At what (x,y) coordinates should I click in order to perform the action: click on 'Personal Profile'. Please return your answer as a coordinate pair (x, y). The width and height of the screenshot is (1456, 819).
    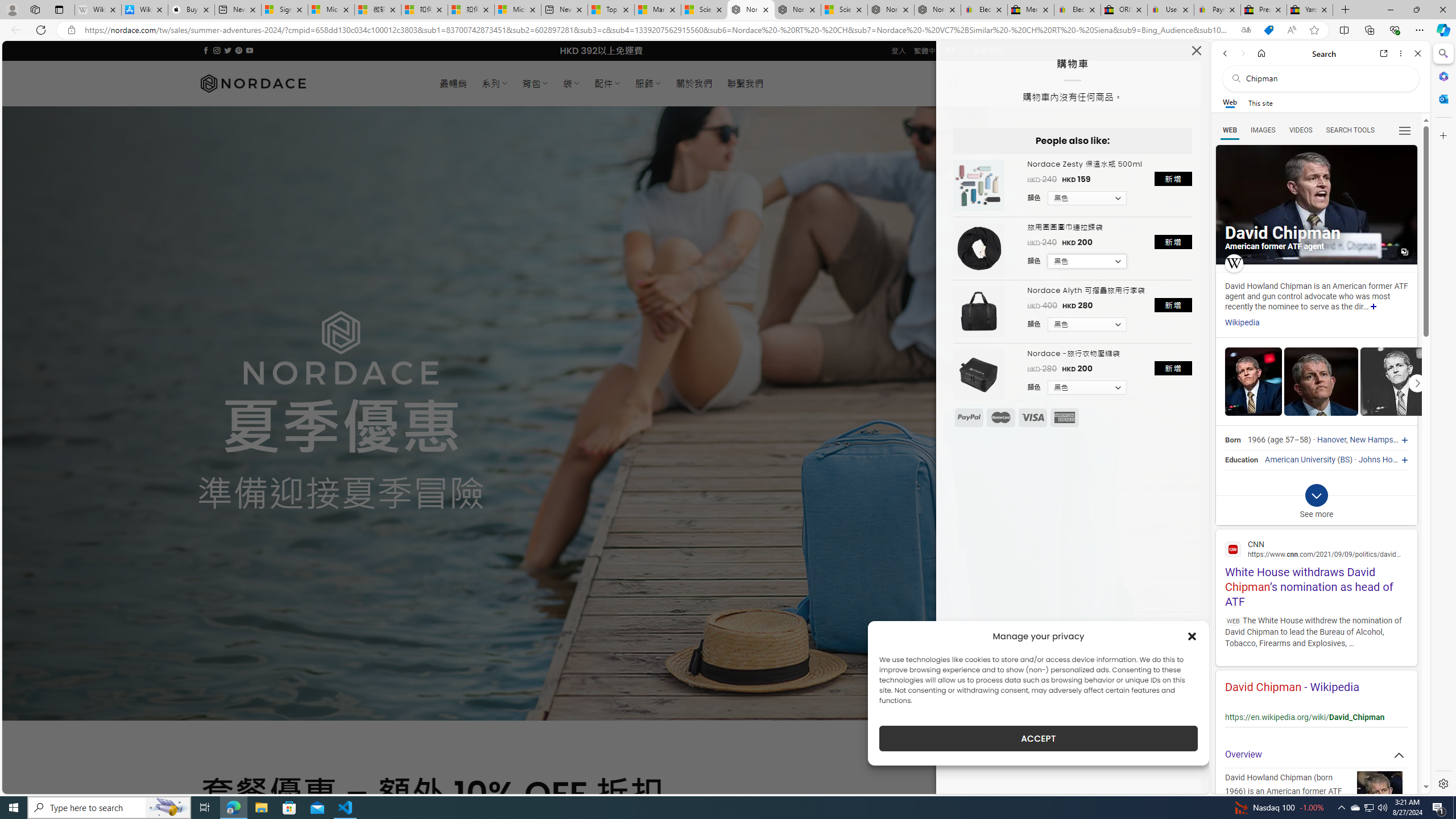
    Looking at the image, I should click on (11, 9).